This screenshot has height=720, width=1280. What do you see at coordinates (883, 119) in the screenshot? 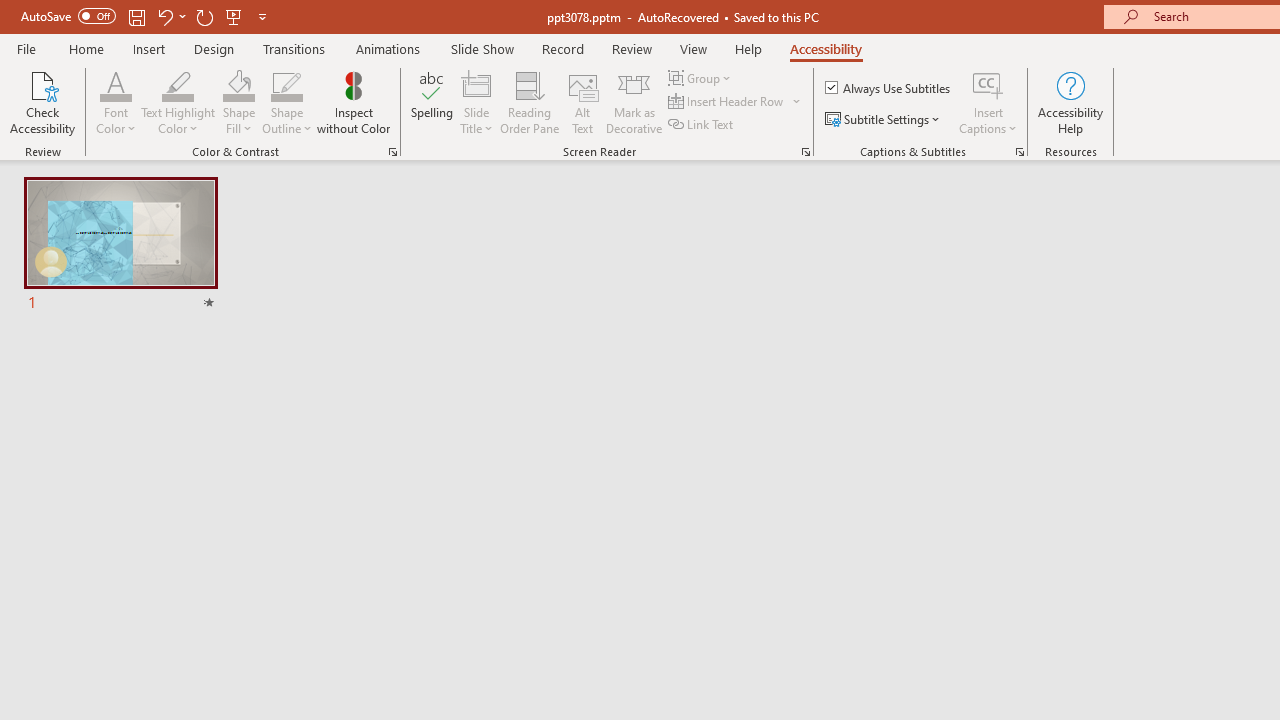
I see `'Subtitle Settings'` at bounding box center [883, 119].